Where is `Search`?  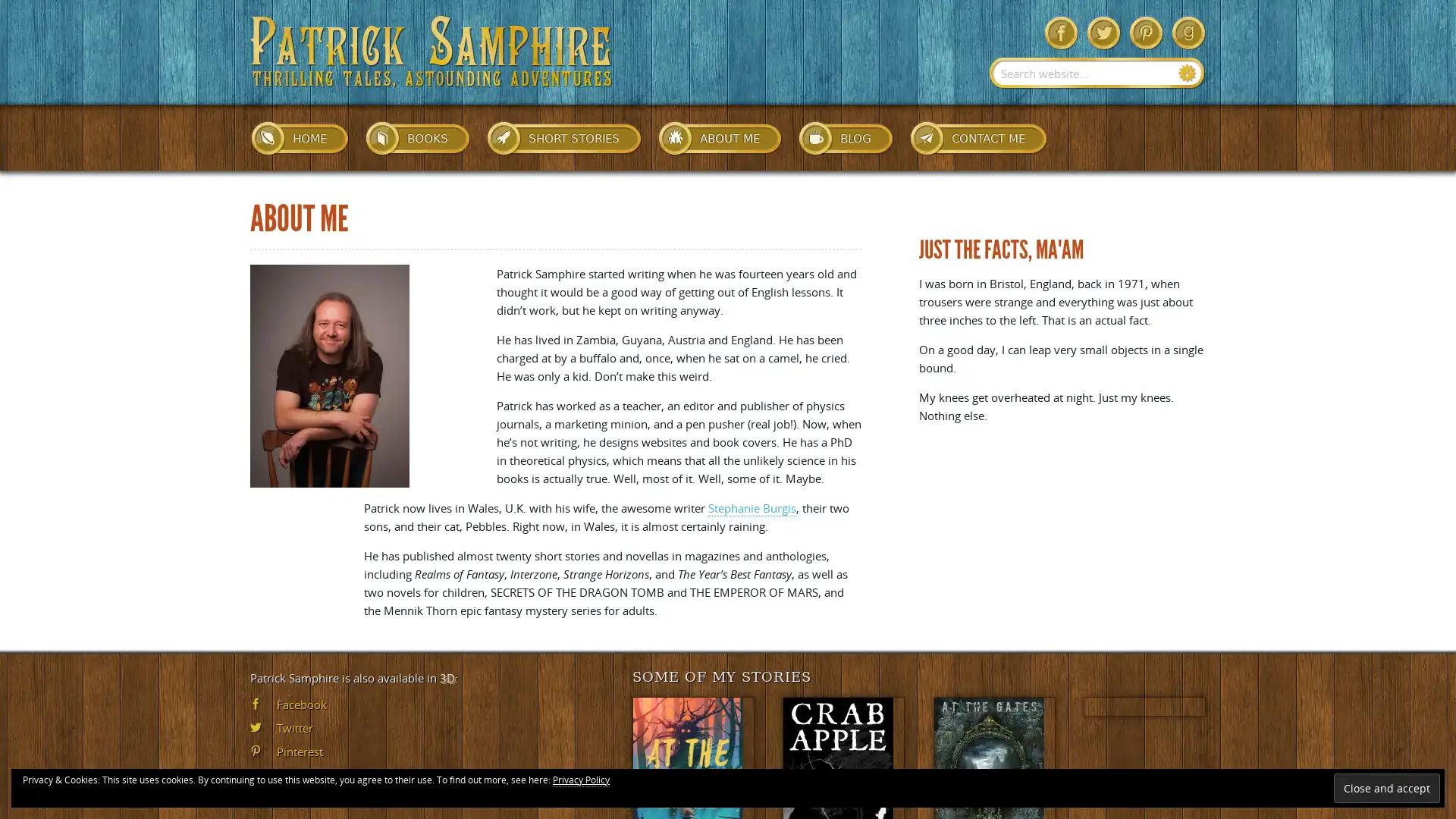
Search is located at coordinates (1187, 73).